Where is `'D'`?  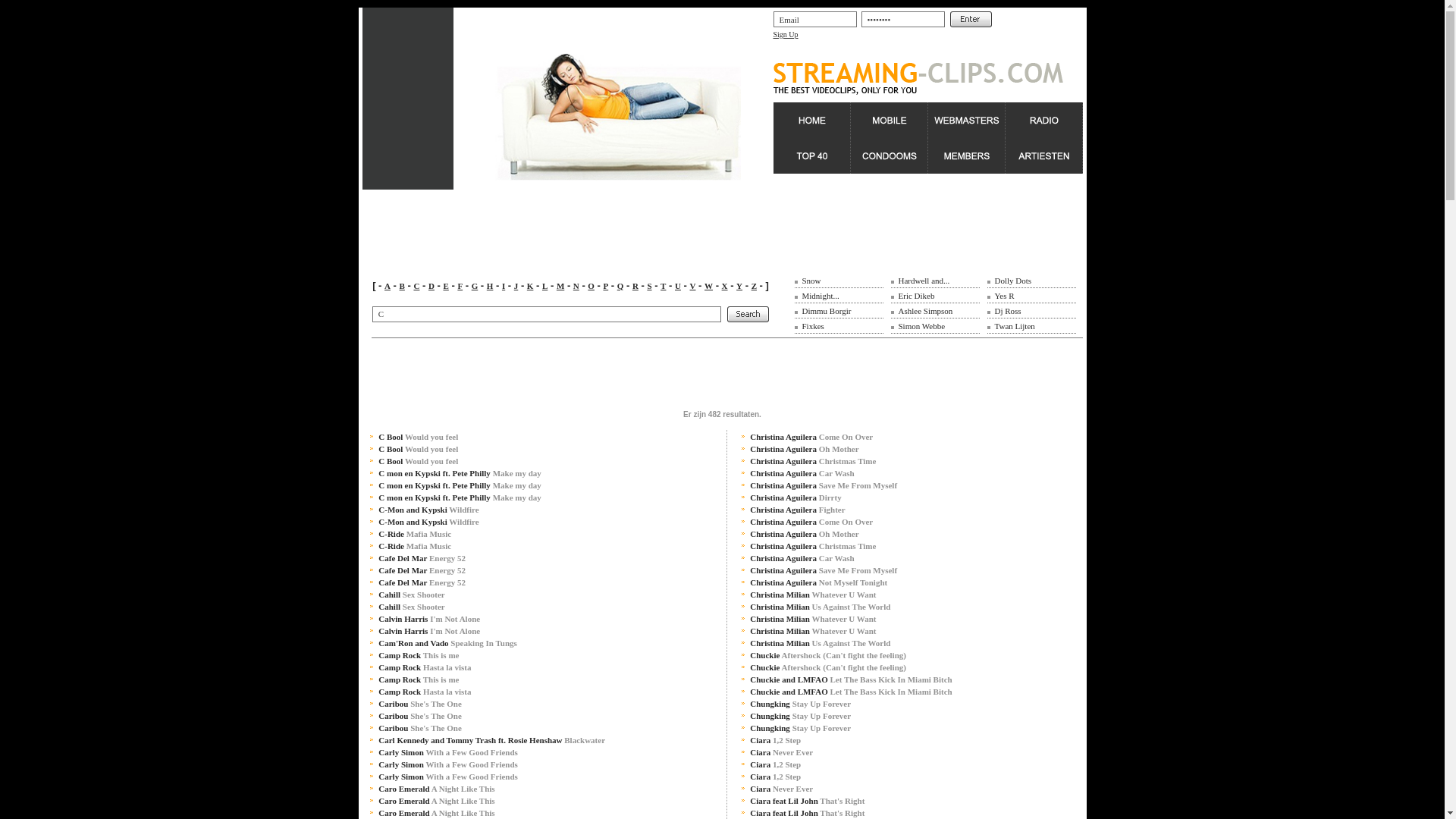 'D' is located at coordinates (428, 286).